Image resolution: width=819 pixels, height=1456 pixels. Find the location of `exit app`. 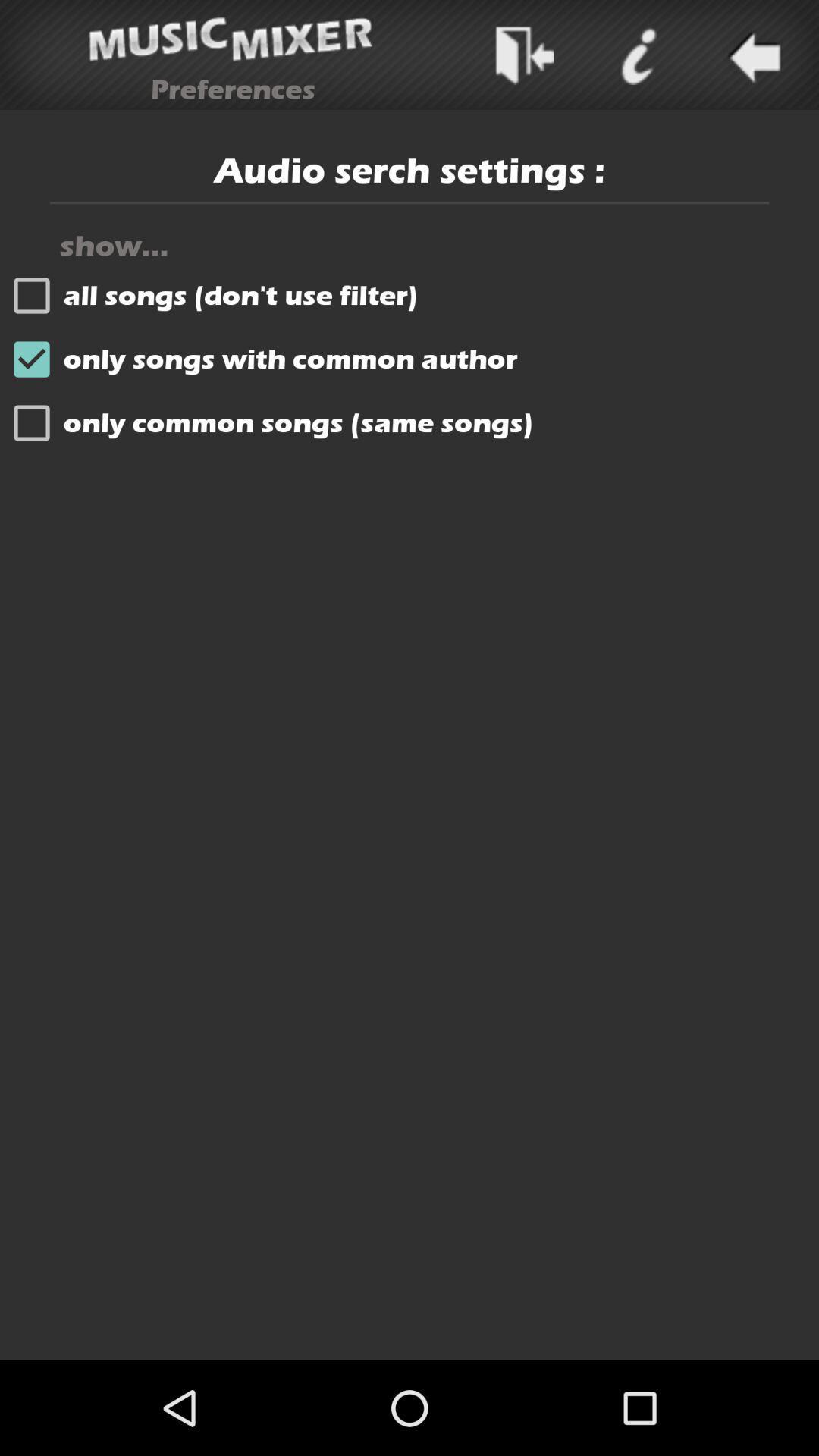

exit app is located at coordinates (523, 55).